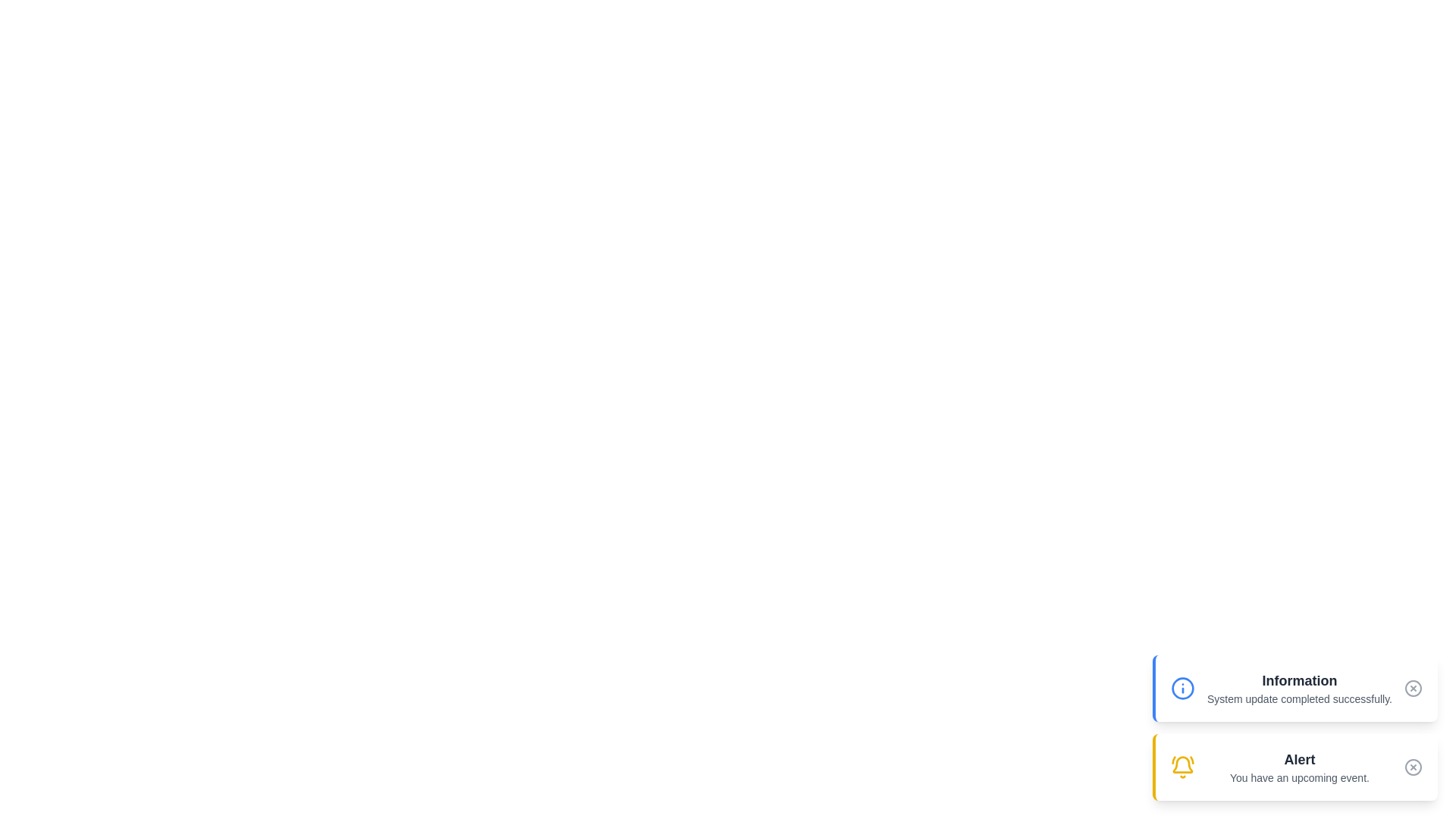  What do you see at coordinates (1298, 688) in the screenshot?
I see `the text of the notification titled 'Information'` at bounding box center [1298, 688].